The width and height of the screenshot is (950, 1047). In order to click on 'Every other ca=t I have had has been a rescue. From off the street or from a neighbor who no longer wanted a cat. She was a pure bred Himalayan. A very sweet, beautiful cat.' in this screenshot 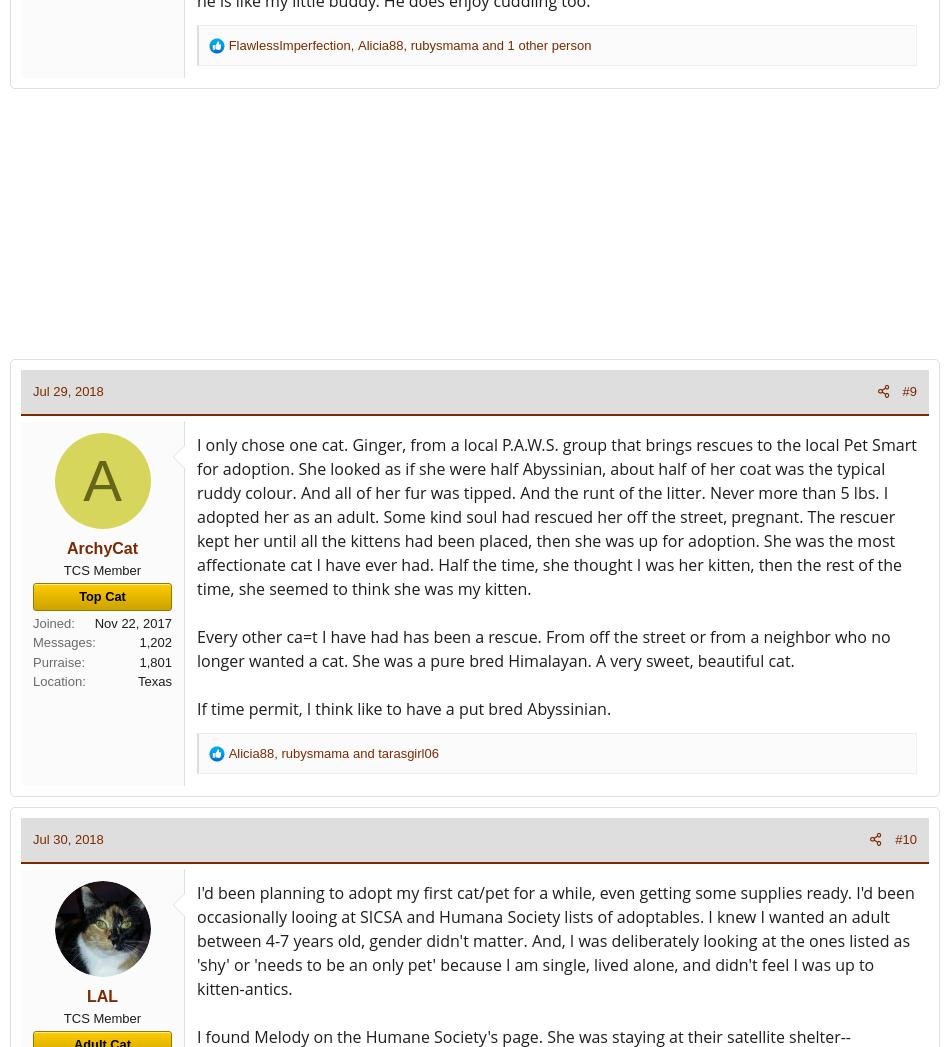, I will do `click(543, 647)`.